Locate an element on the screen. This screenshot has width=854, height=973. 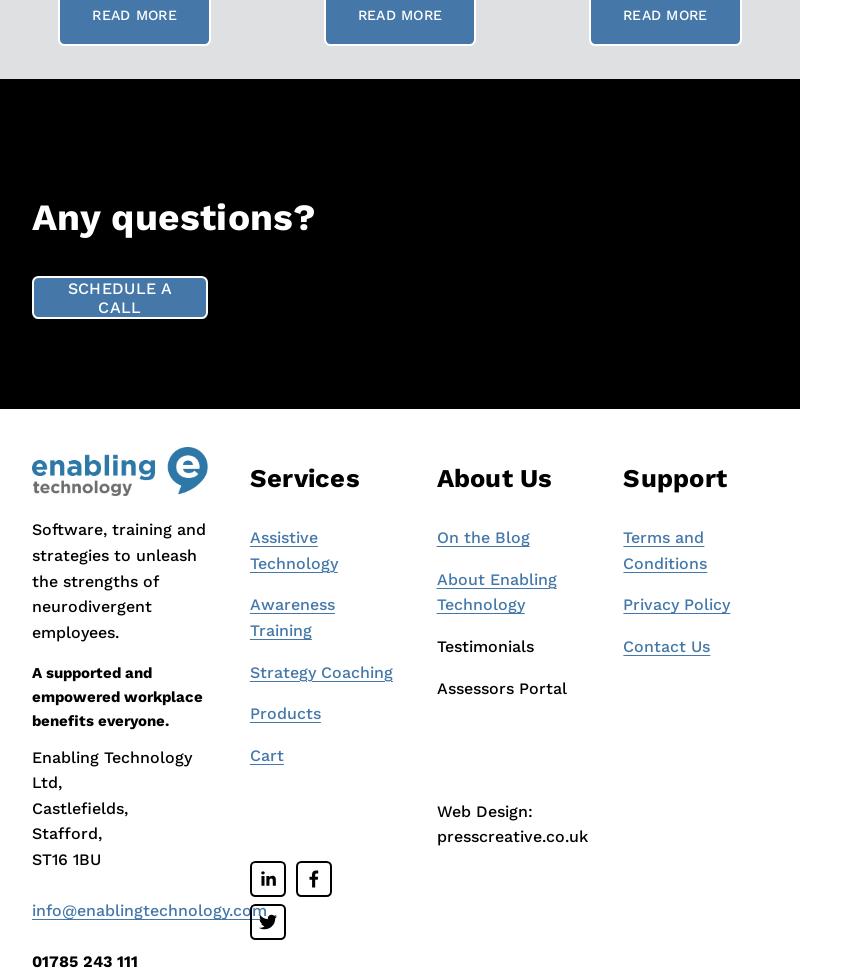
'Software, training and strategies to unleash the strengths of neurodivergent employees.' is located at coordinates (121, 580).